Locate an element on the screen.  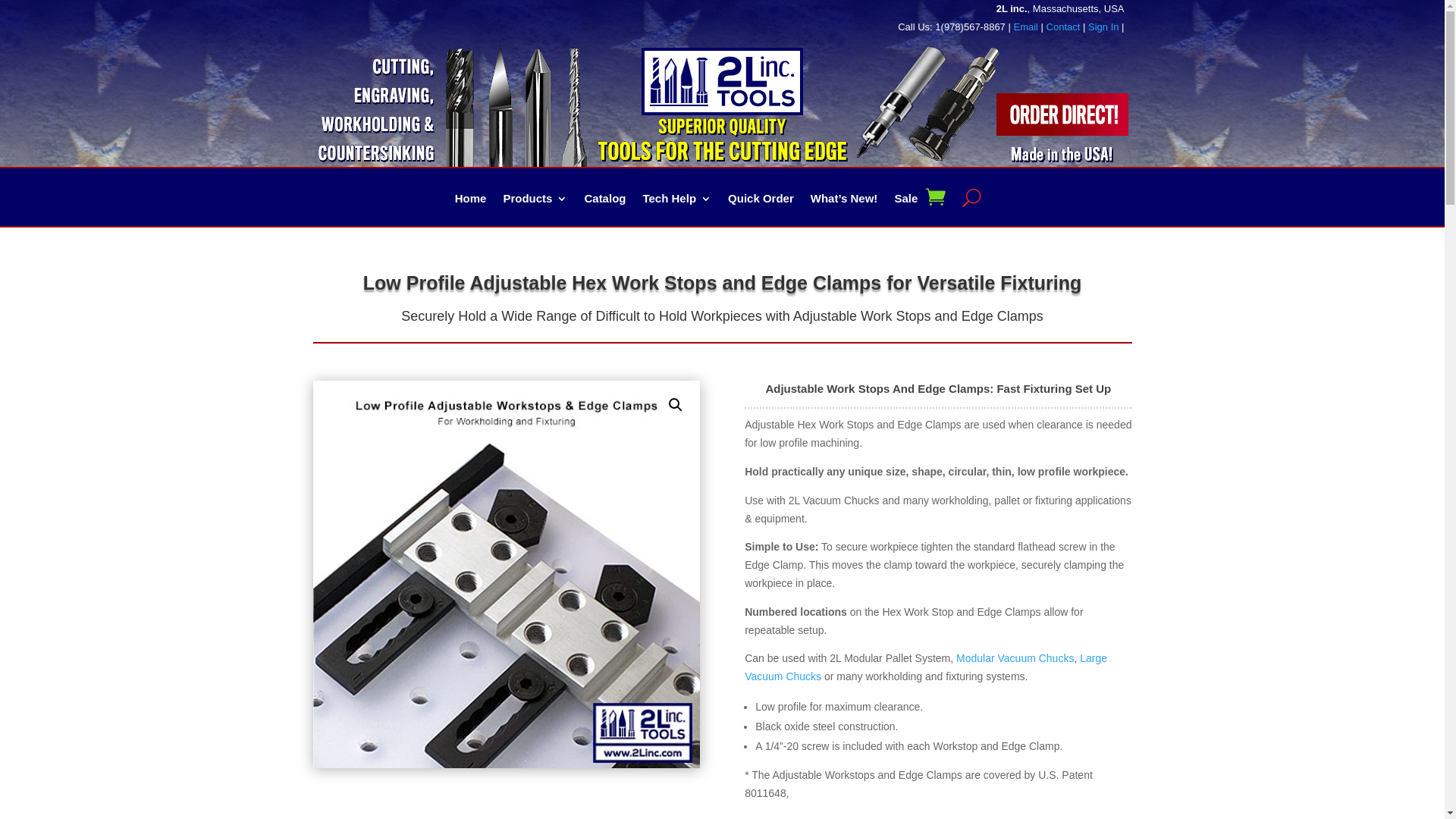
'2L inc. www.2Linc.com' is located at coordinates (641, 81).